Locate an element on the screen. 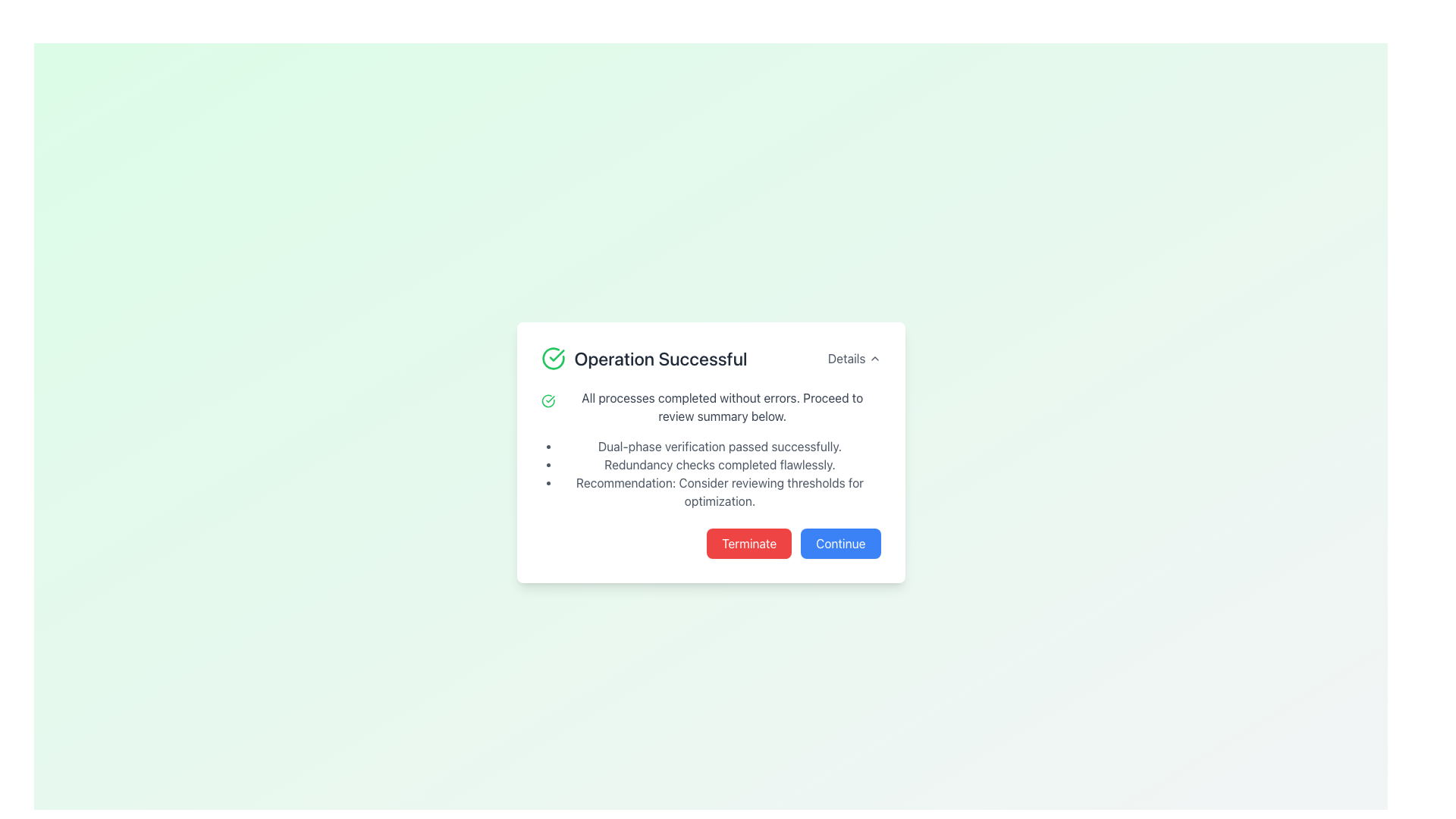 The image size is (1456, 819). the chevron icon is located at coordinates (874, 359).